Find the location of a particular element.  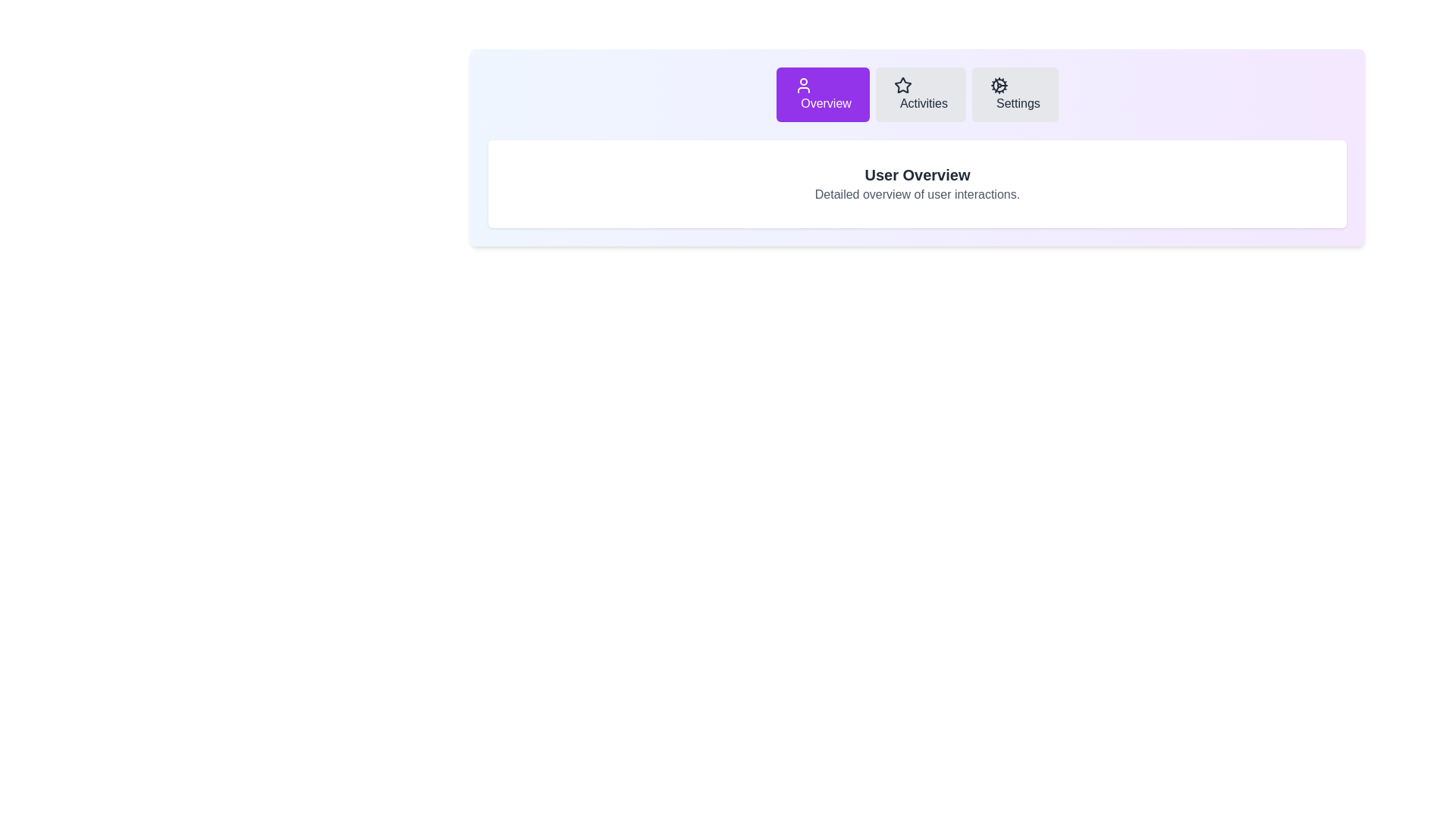

the 'Overview' label within the purple button located at the top-center of the interface is located at coordinates (825, 102).